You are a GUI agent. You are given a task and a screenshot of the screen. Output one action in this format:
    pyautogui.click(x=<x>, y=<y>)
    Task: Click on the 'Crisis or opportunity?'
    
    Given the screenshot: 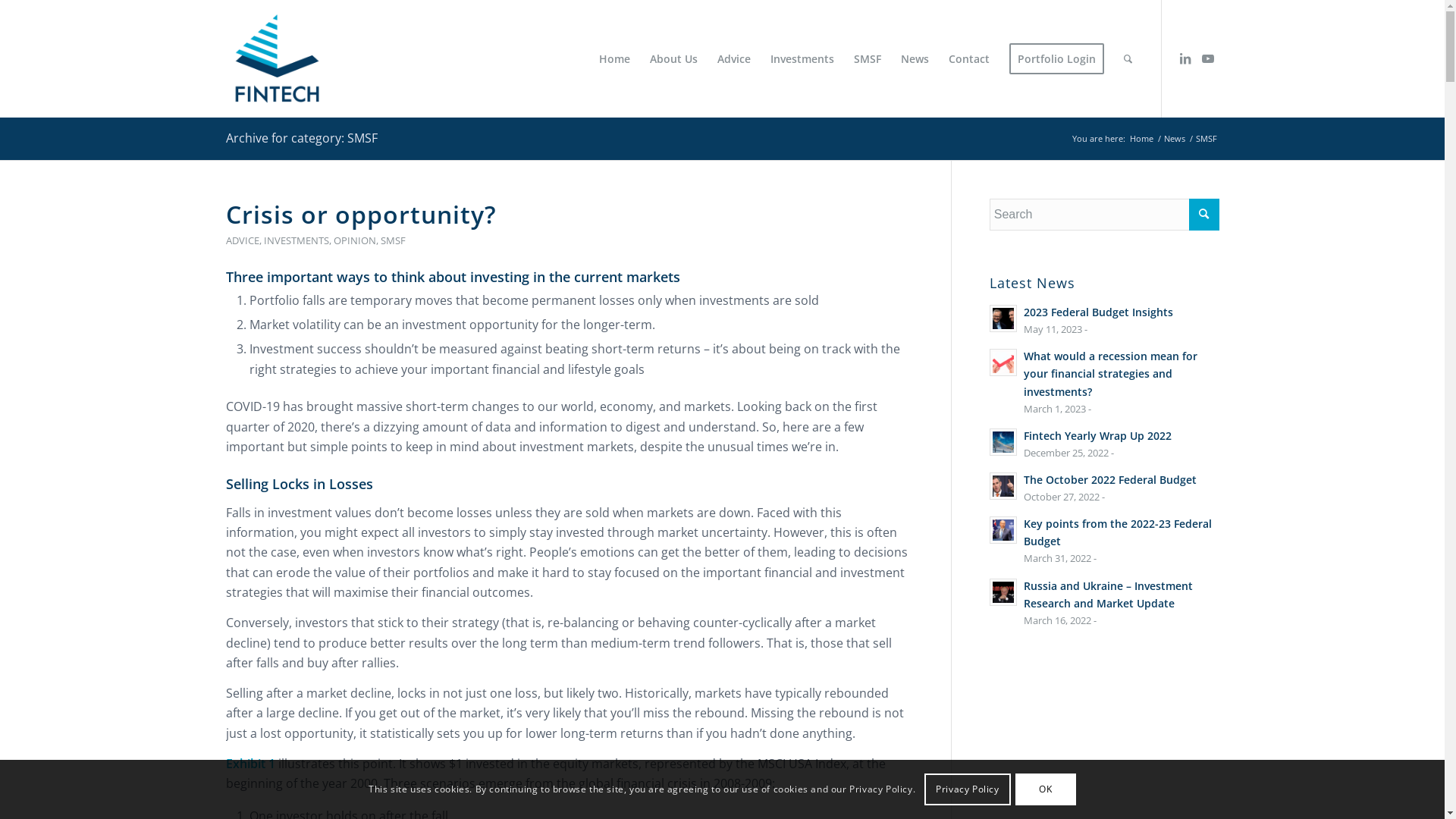 What is the action you would take?
    pyautogui.click(x=360, y=214)
    